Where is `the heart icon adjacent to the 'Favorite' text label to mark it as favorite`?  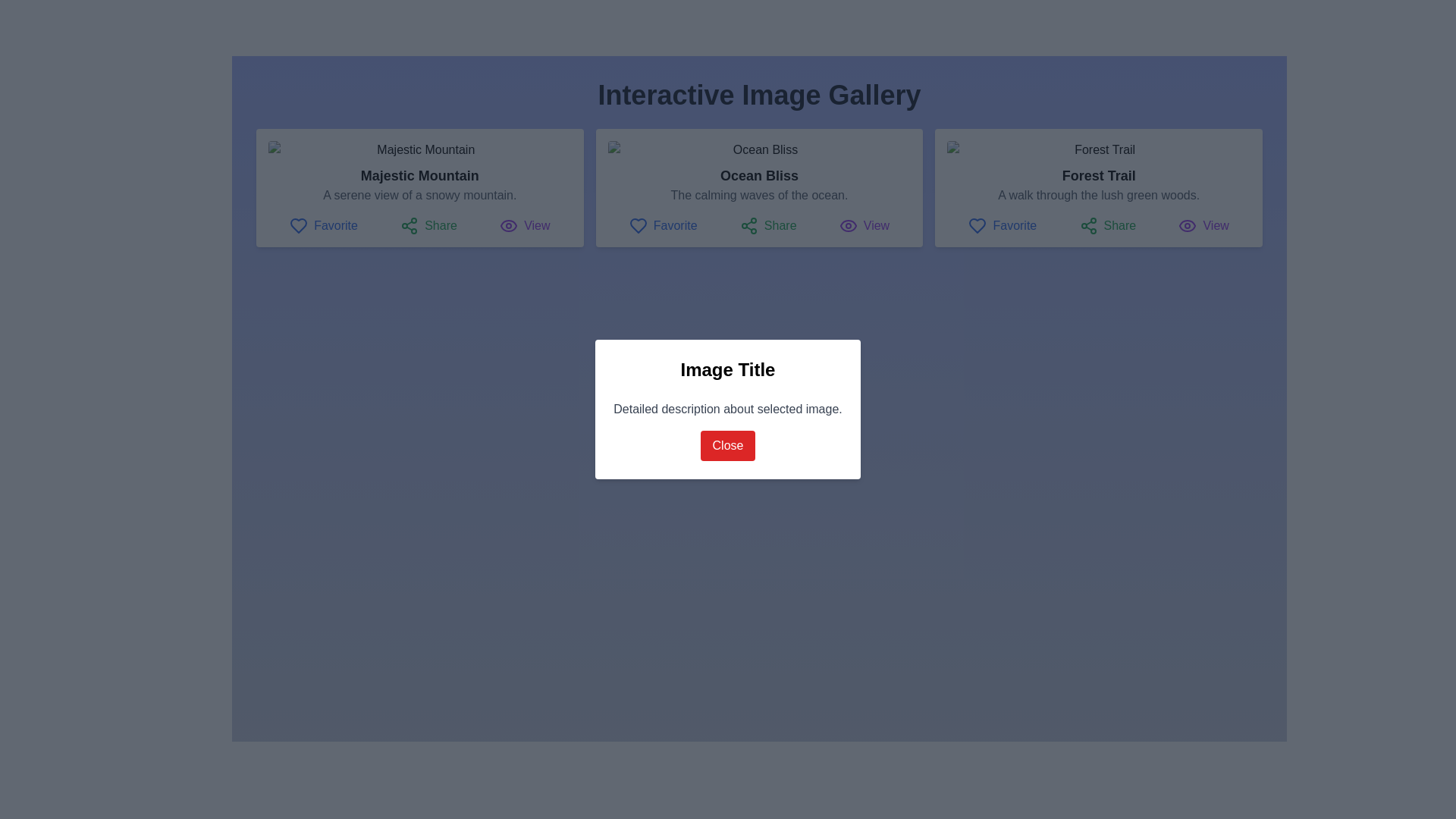 the heart icon adjacent to the 'Favorite' text label to mark it as favorite is located at coordinates (299, 225).